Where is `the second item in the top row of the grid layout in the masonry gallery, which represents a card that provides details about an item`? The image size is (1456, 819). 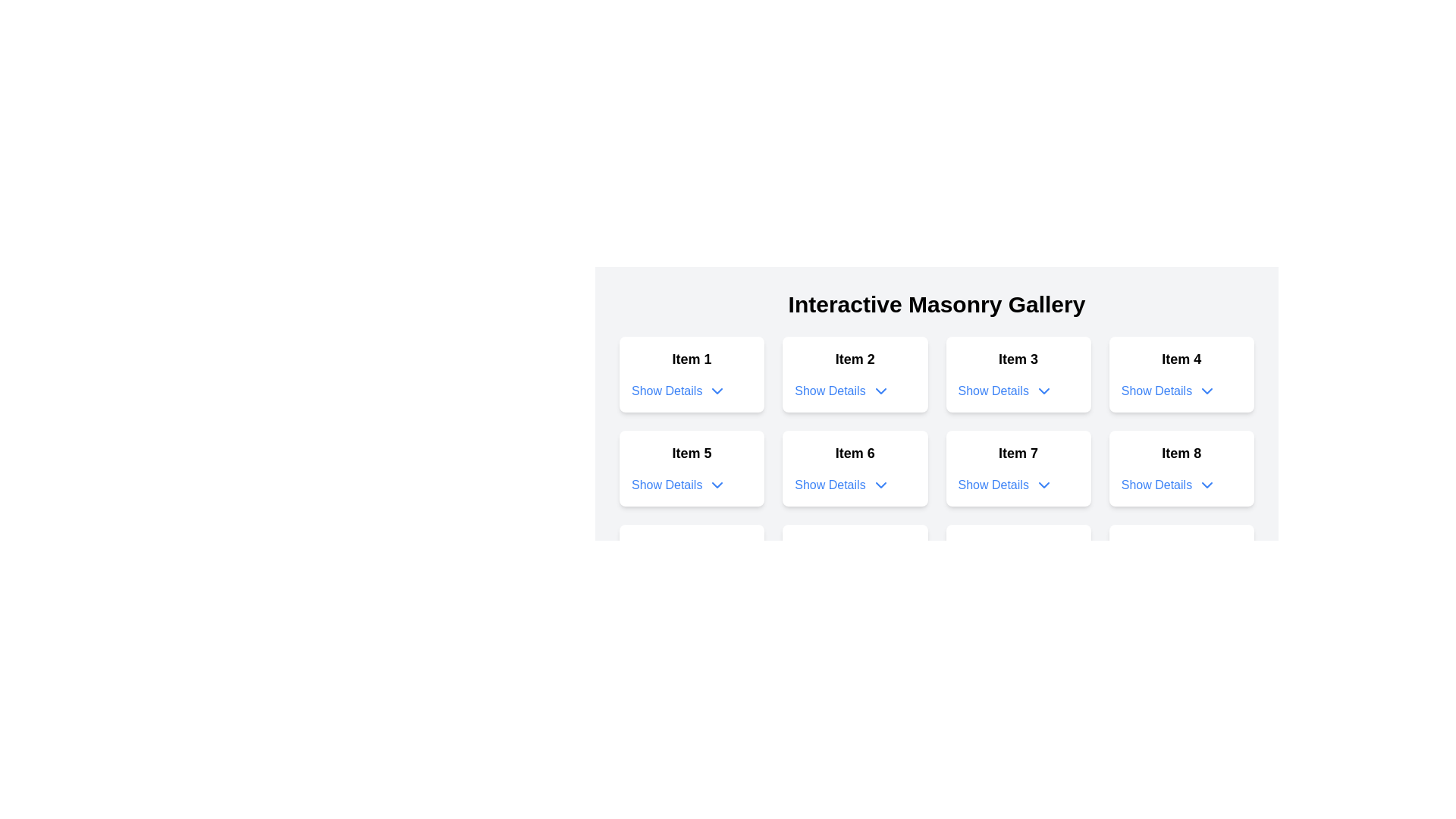
the second item in the top row of the grid layout in the masonry gallery, which represents a card that provides details about an item is located at coordinates (855, 374).